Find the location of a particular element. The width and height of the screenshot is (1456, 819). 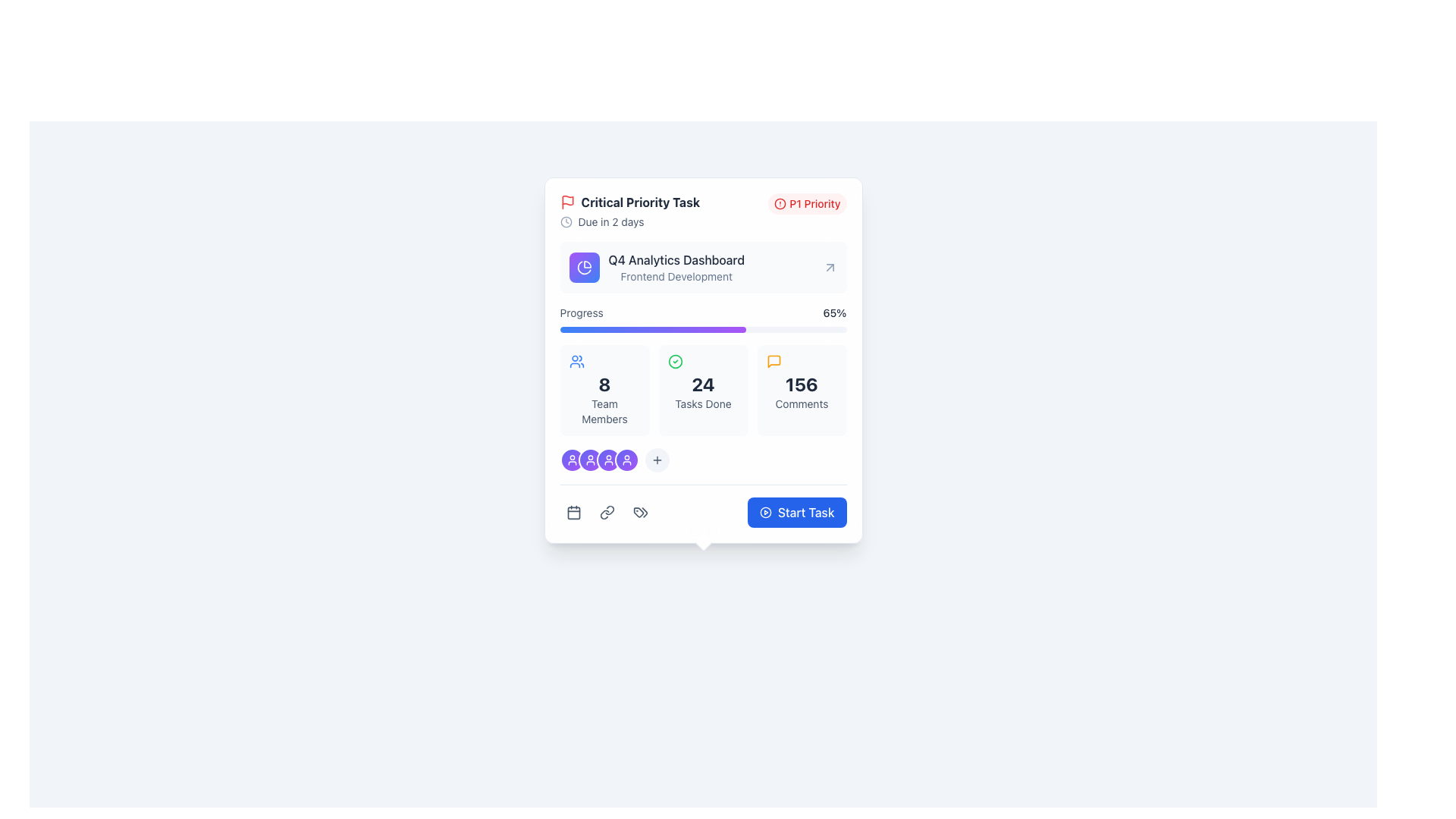

the 'play' icon located to the left of the 'Start Task' text within the 'Start Task' button at the bottom right corner of the card layout is located at coordinates (765, 512).